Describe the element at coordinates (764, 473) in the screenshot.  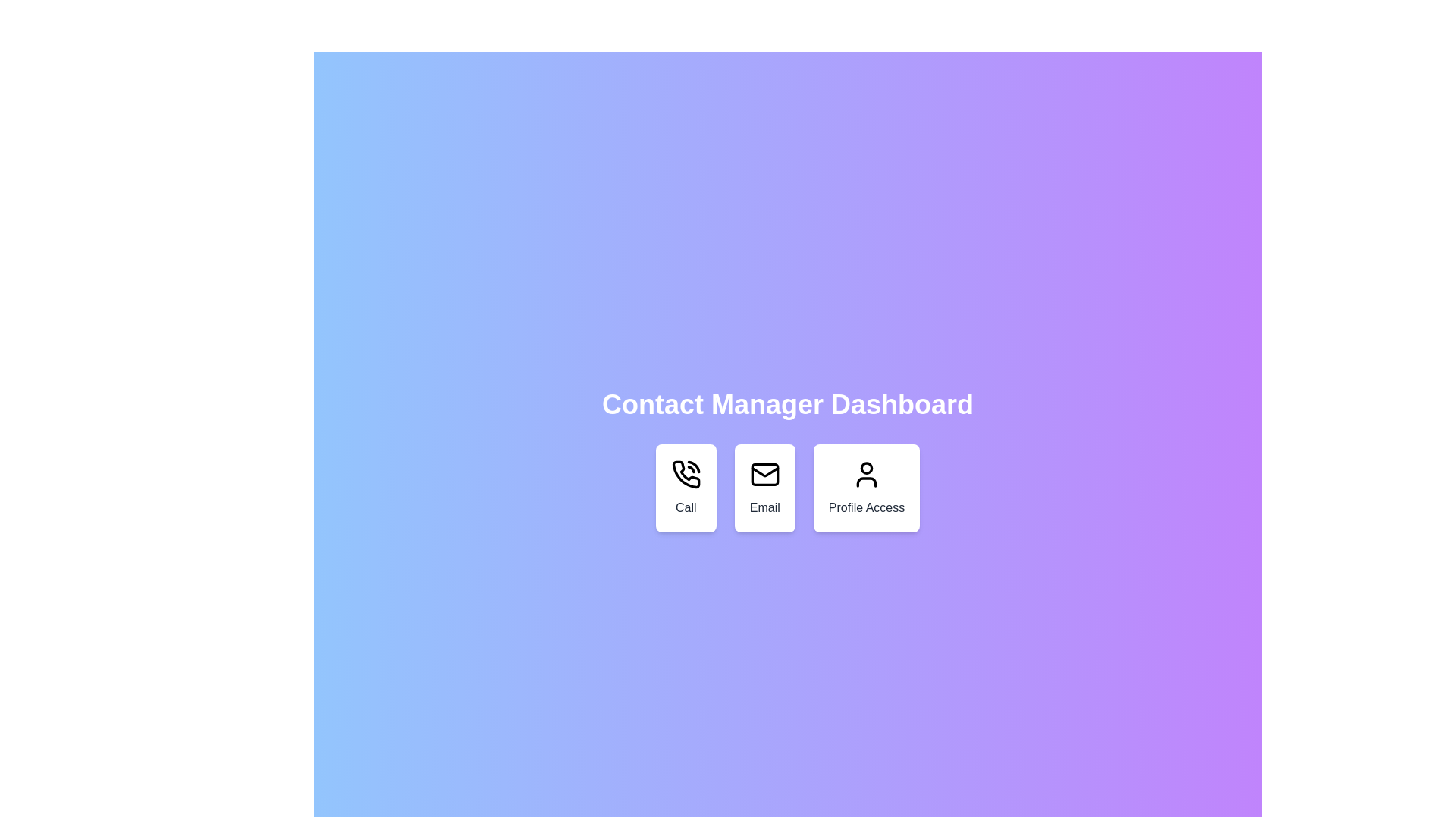
I see `the email icon located in the center column of three options, directly above the 'Email' label on the card component in the Contact Manager Dashboard` at that location.